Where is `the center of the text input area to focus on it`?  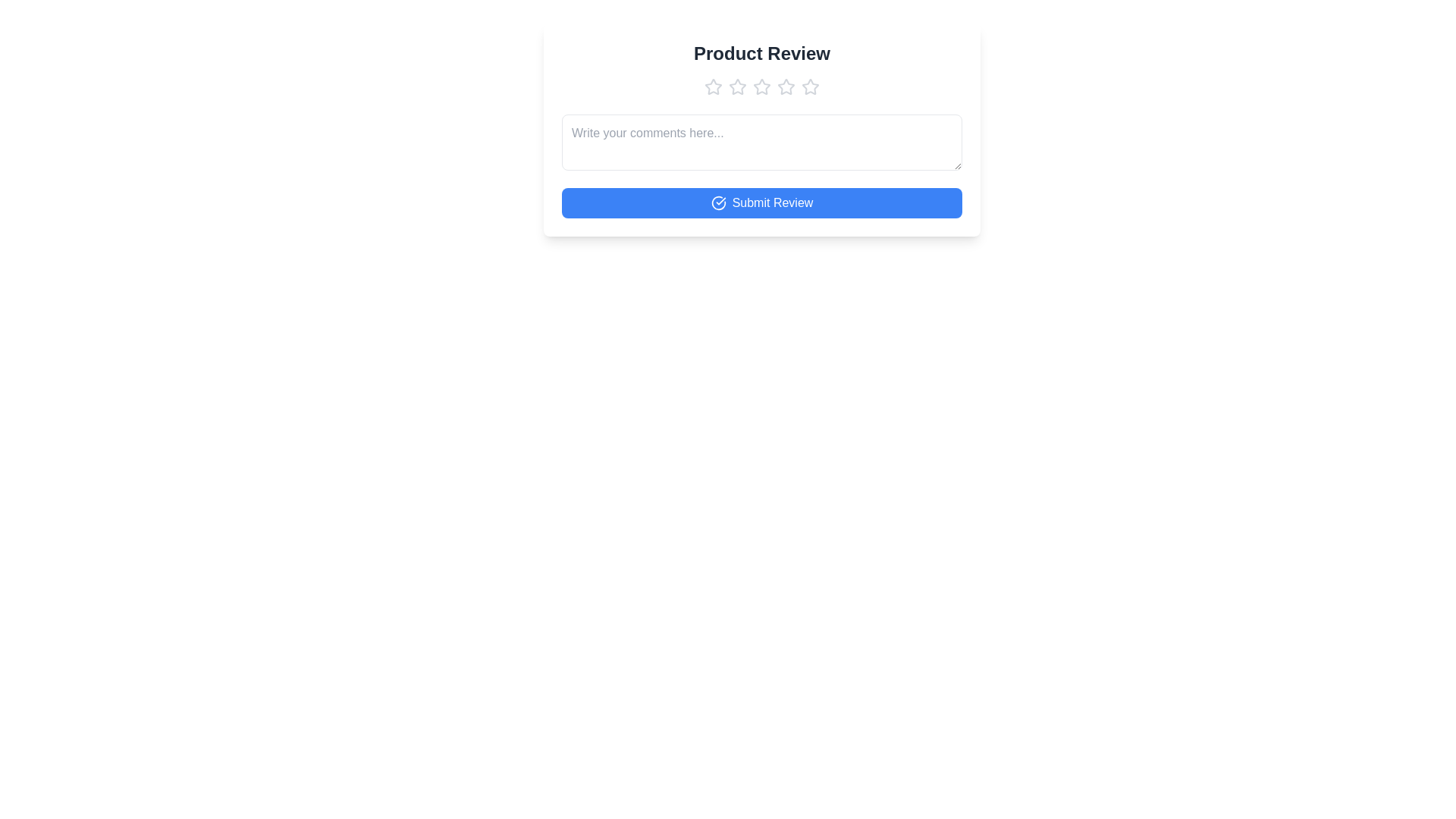 the center of the text input area to focus on it is located at coordinates (761, 143).